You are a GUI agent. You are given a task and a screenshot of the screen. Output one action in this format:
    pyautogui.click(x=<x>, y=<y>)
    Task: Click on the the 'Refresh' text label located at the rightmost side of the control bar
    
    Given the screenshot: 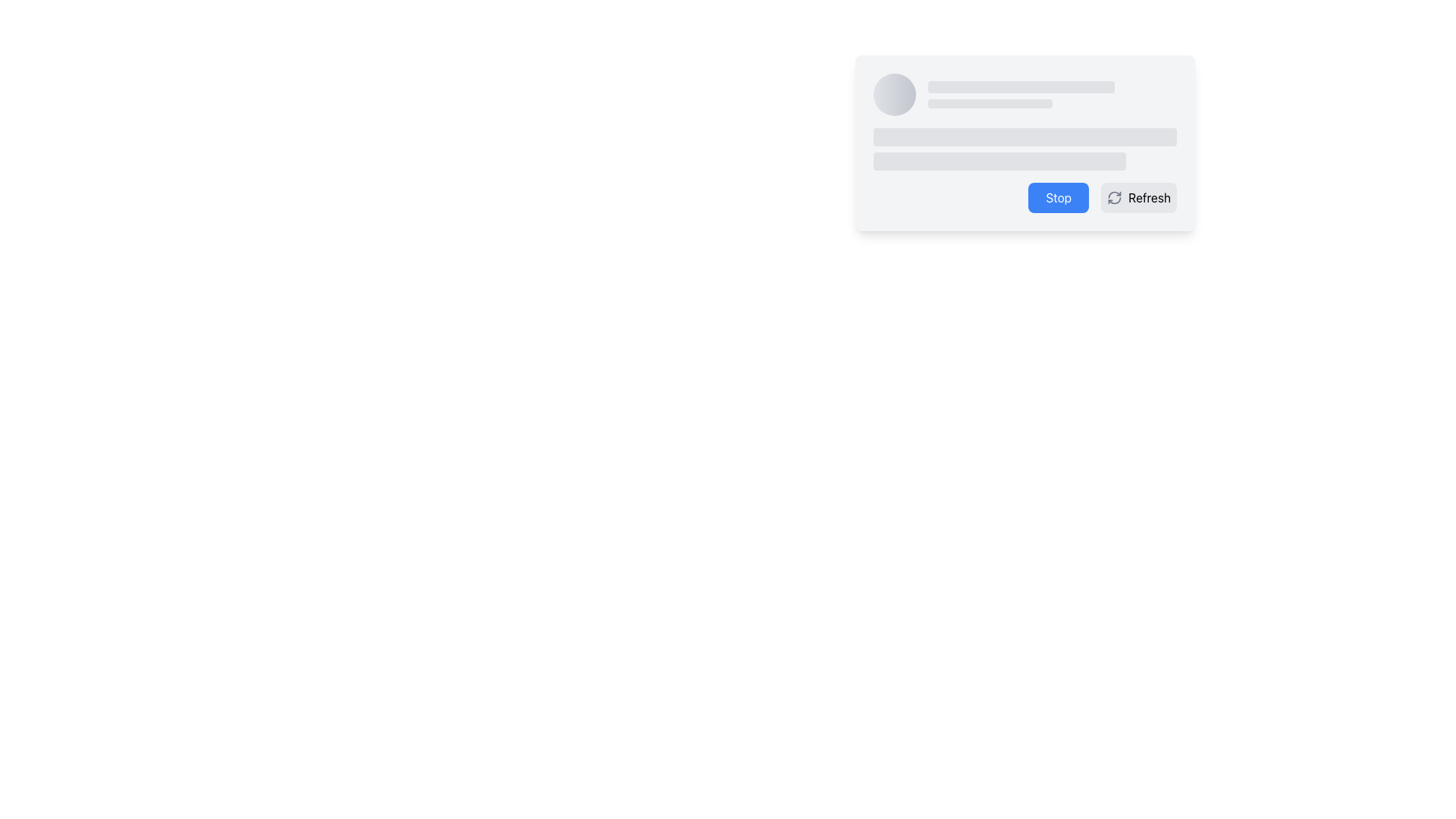 What is the action you would take?
    pyautogui.click(x=1150, y=197)
    